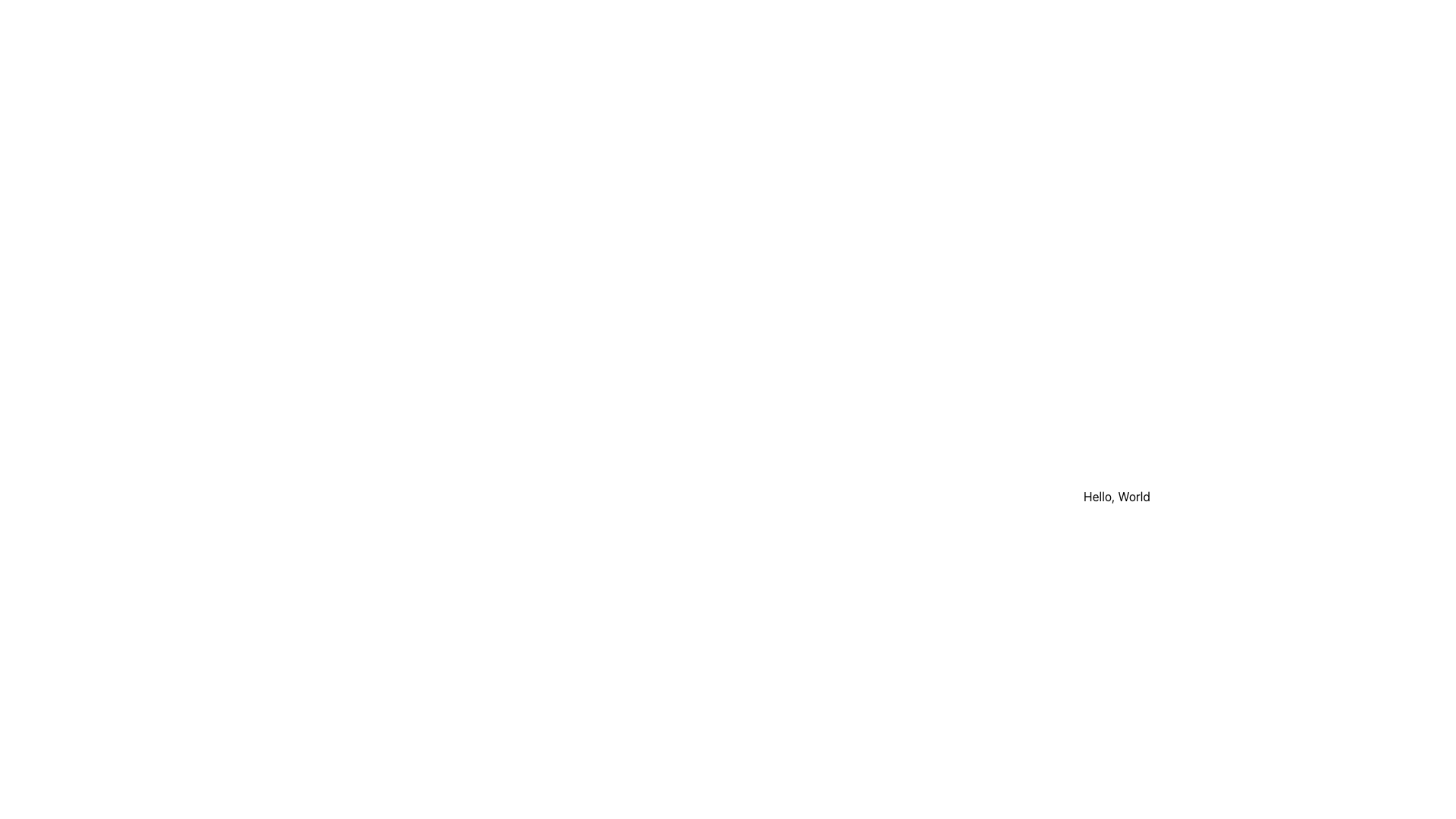  I want to click on the static text element displaying 'Hello, World' located in a fixed panel with a white background, so click(1117, 497).